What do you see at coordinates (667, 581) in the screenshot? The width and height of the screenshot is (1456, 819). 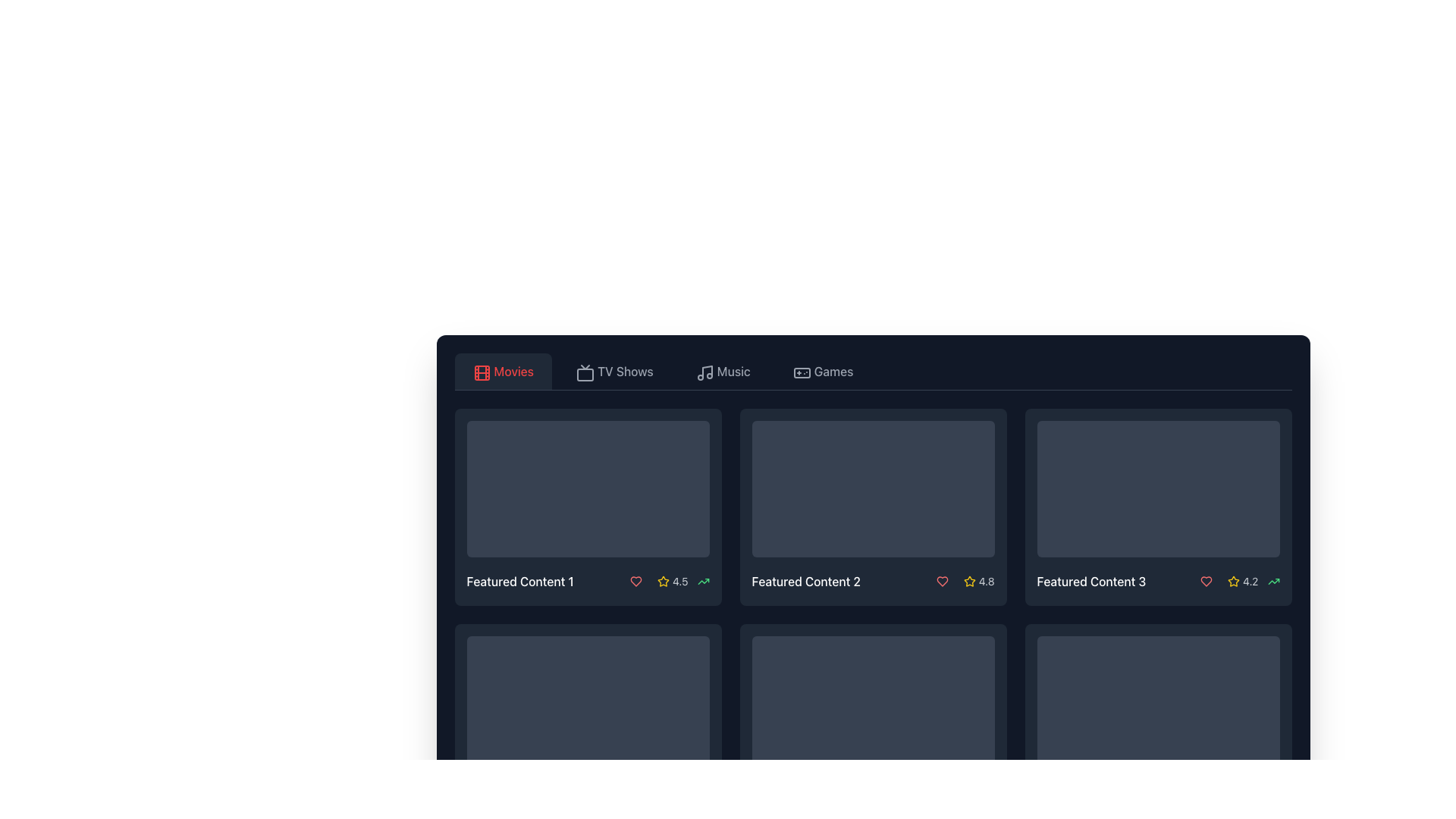 I see `the rating indicator displaying '4.5' next to a yellow star icon in the bottom-right section of the 'Featured Content 1' card` at bounding box center [667, 581].